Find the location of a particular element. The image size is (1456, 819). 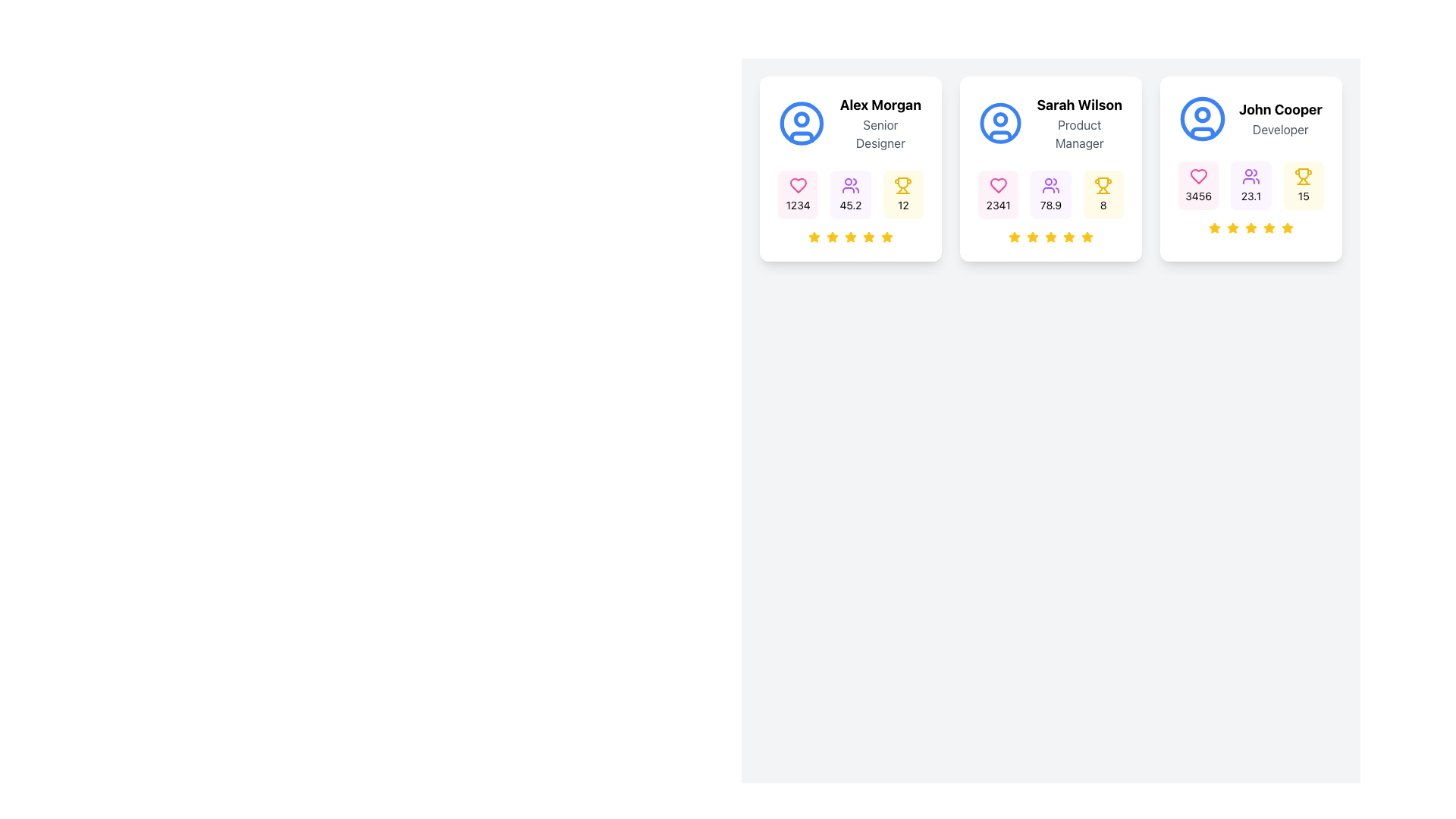

the static text label displaying 'Sarah Wilson' in bold, located at the top section of the second card from the left is located at coordinates (1078, 104).